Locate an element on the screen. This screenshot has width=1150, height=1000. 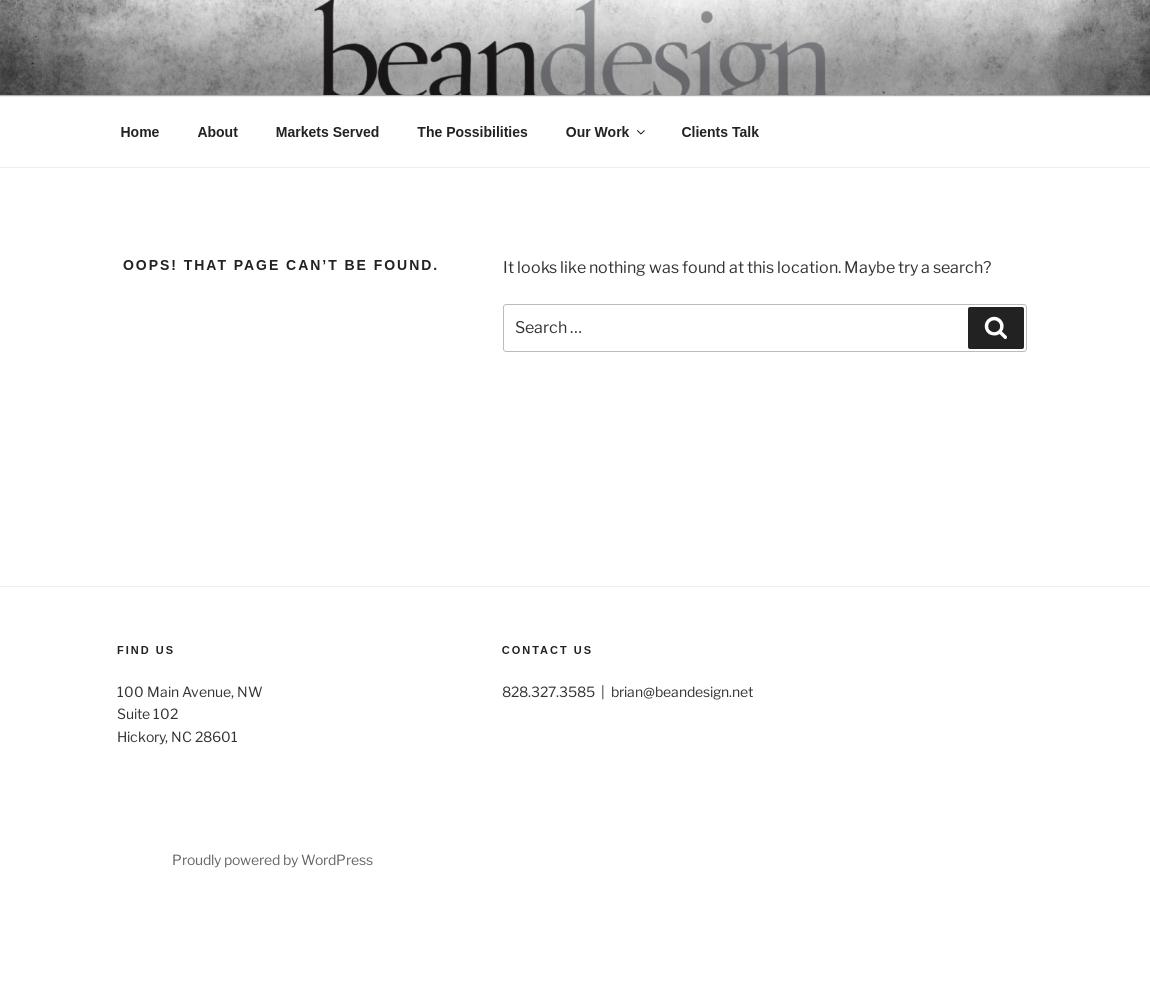
'100 Main Avenue, NW' is located at coordinates (188, 689).